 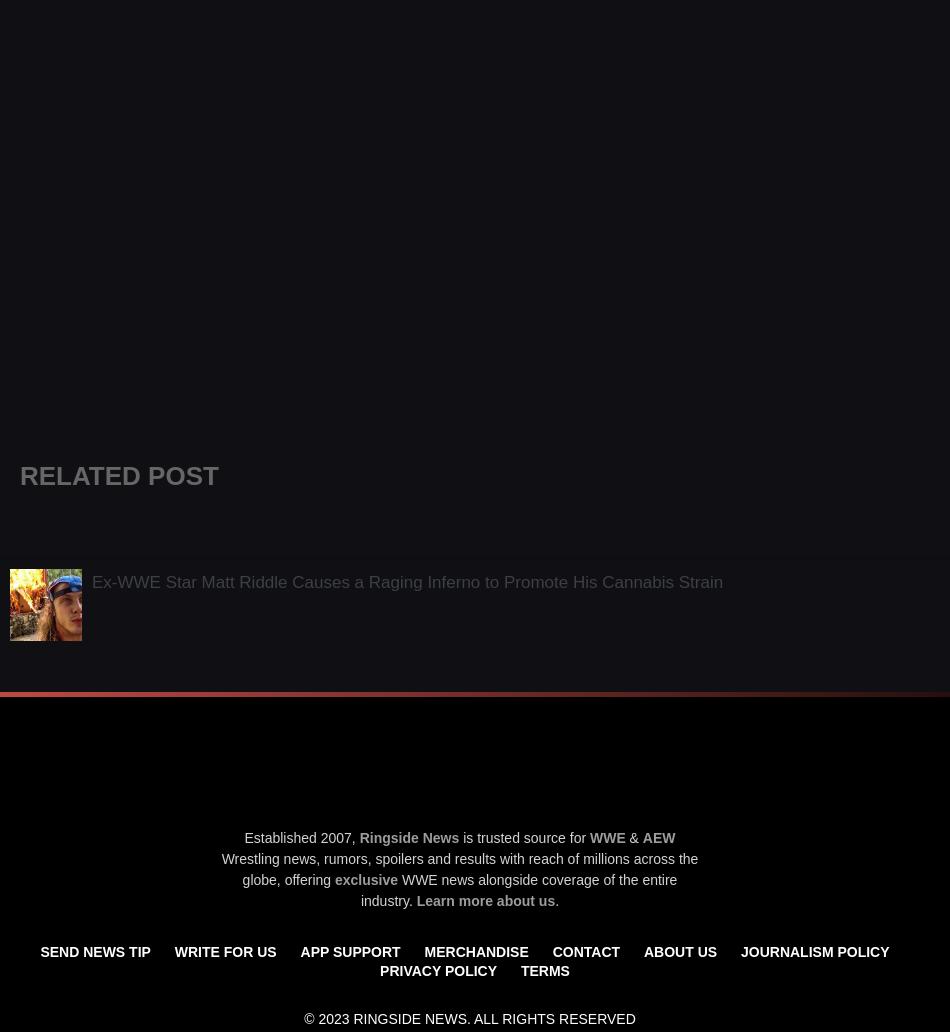 I want to click on 'Ex-WWE Star Matt Riddle Causes a Raging Inferno to Promote His Cannabis Strain', so click(x=406, y=581).